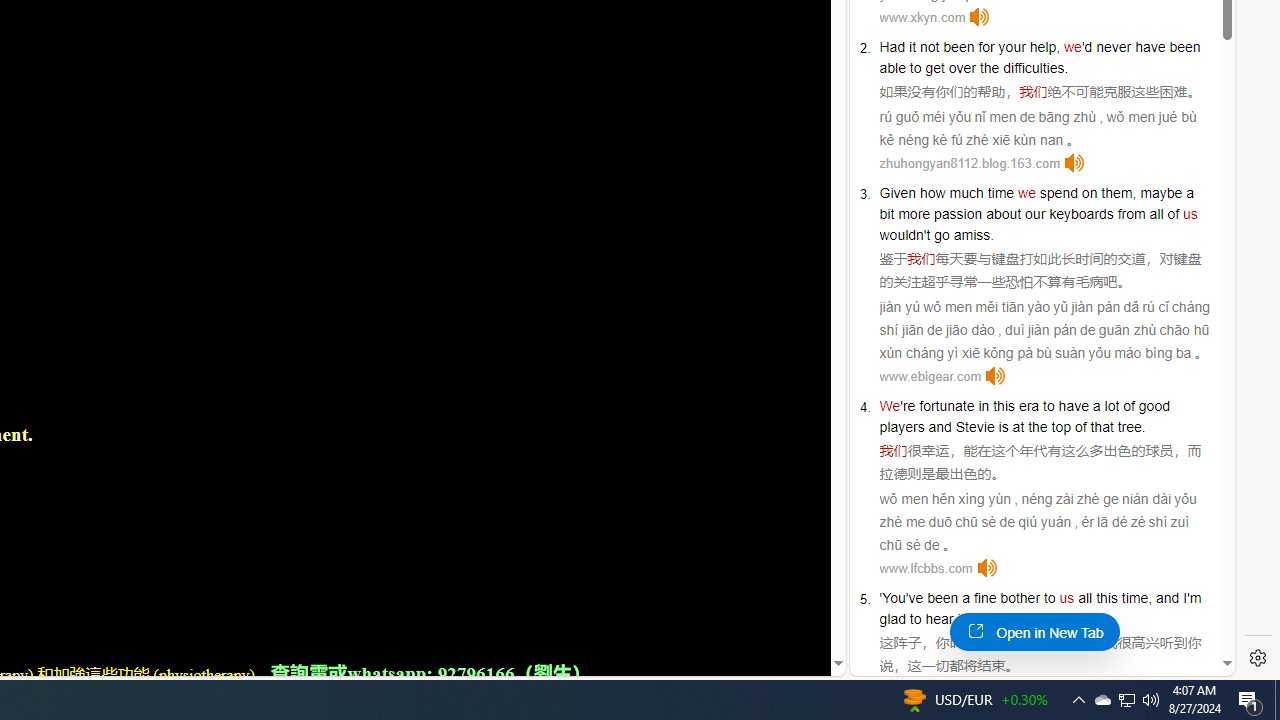 This screenshot has height=720, width=1280. What do you see at coordinates (889, 405) in the screenshot?
I see `'We'` at bounding box center [889, 405].